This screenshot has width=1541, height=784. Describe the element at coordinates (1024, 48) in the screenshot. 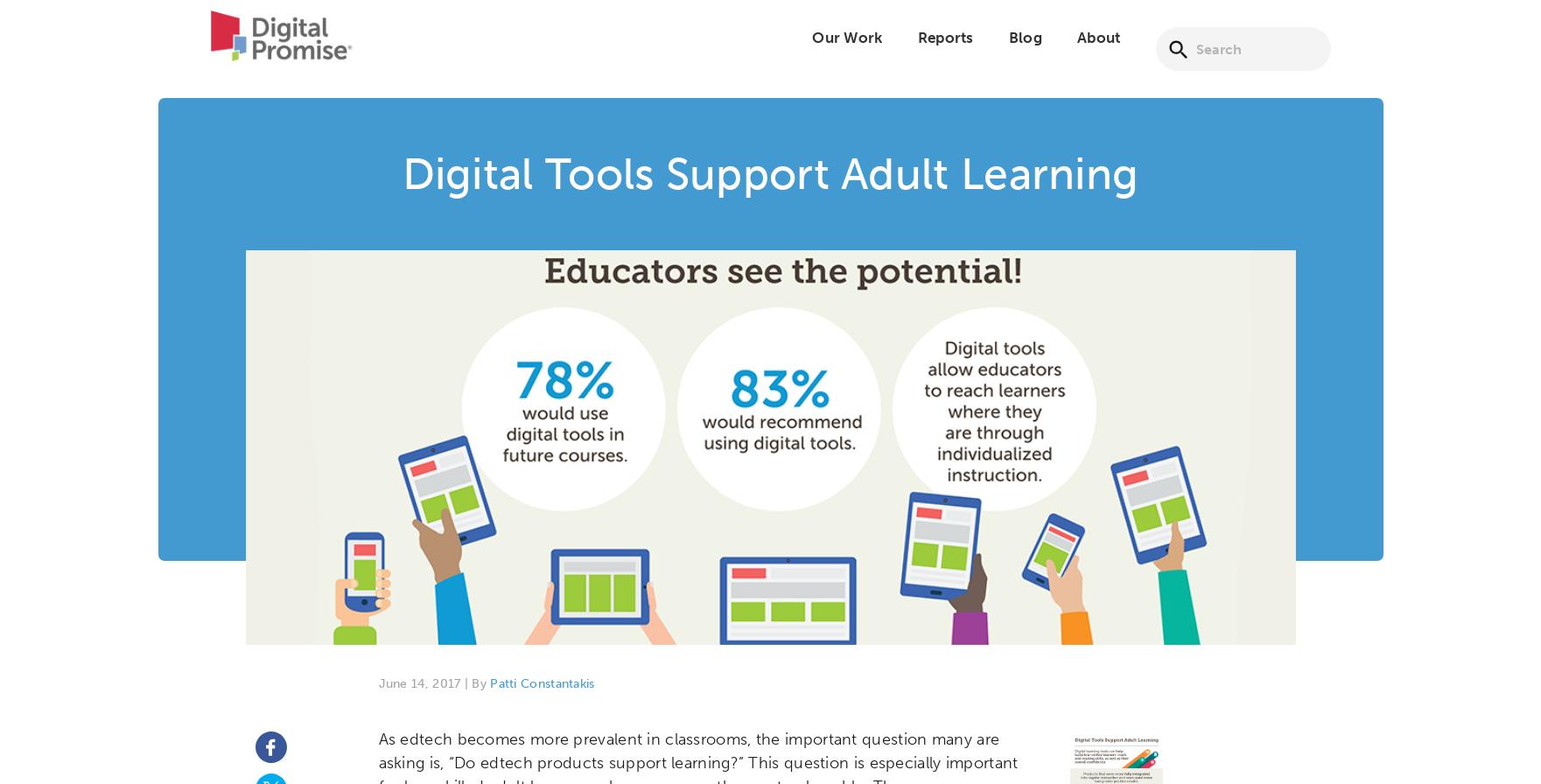

I see `'Blog'` at that location.